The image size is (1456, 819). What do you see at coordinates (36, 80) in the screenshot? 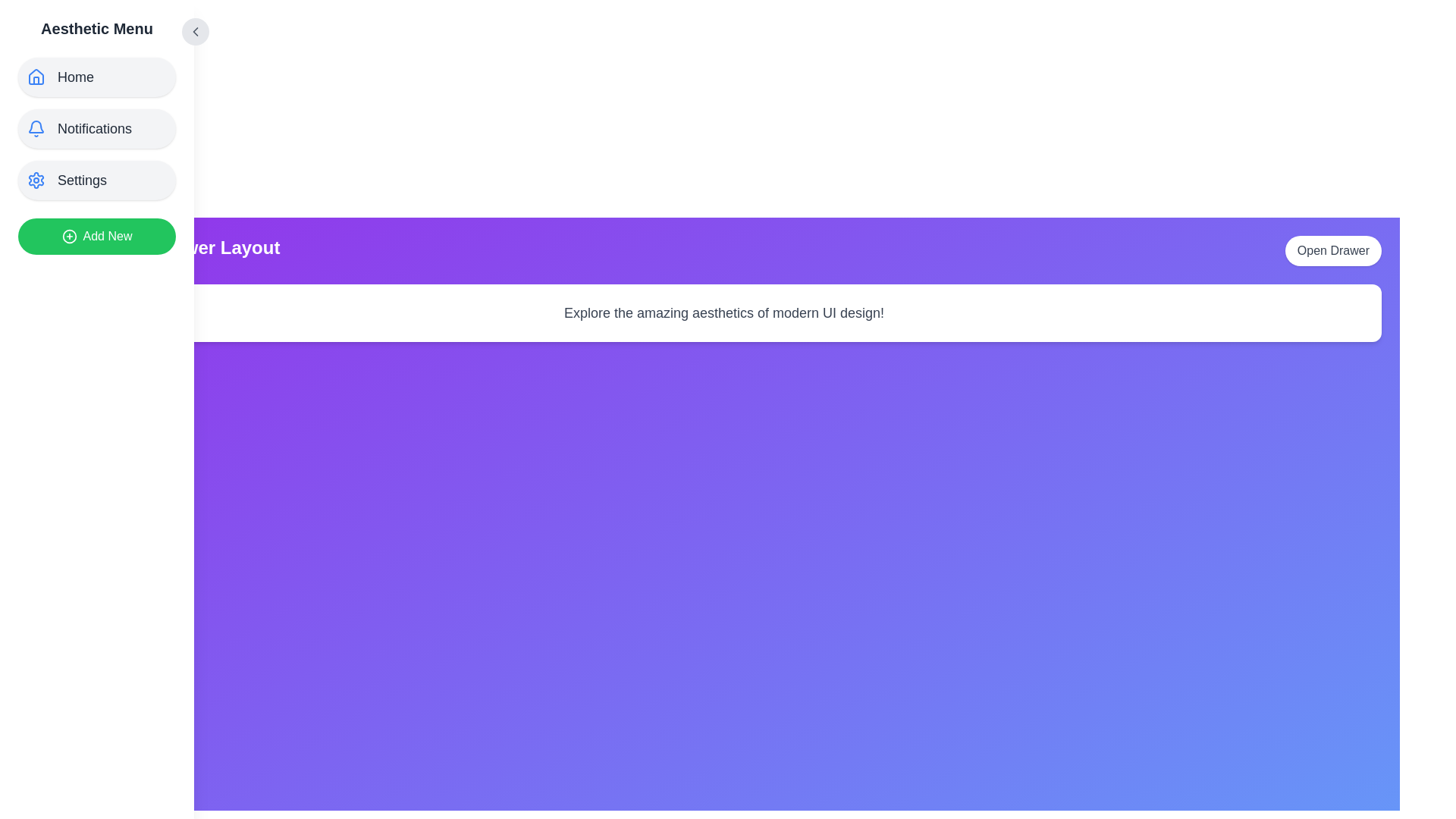
I see `the vertical rectangle icon representing a house located at the bottom of the house icon in the left side menu` at bounding box center [36, 80].